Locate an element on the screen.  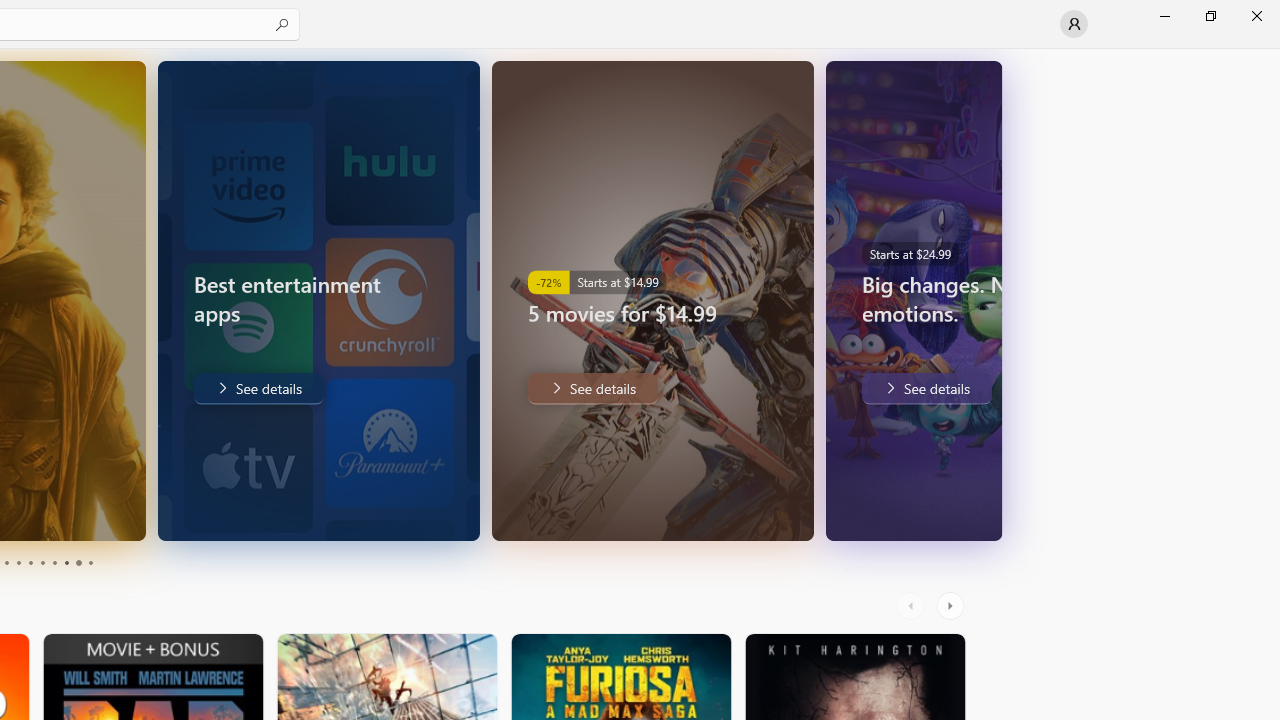
'Page 9' is located at coordinates (78, 563).